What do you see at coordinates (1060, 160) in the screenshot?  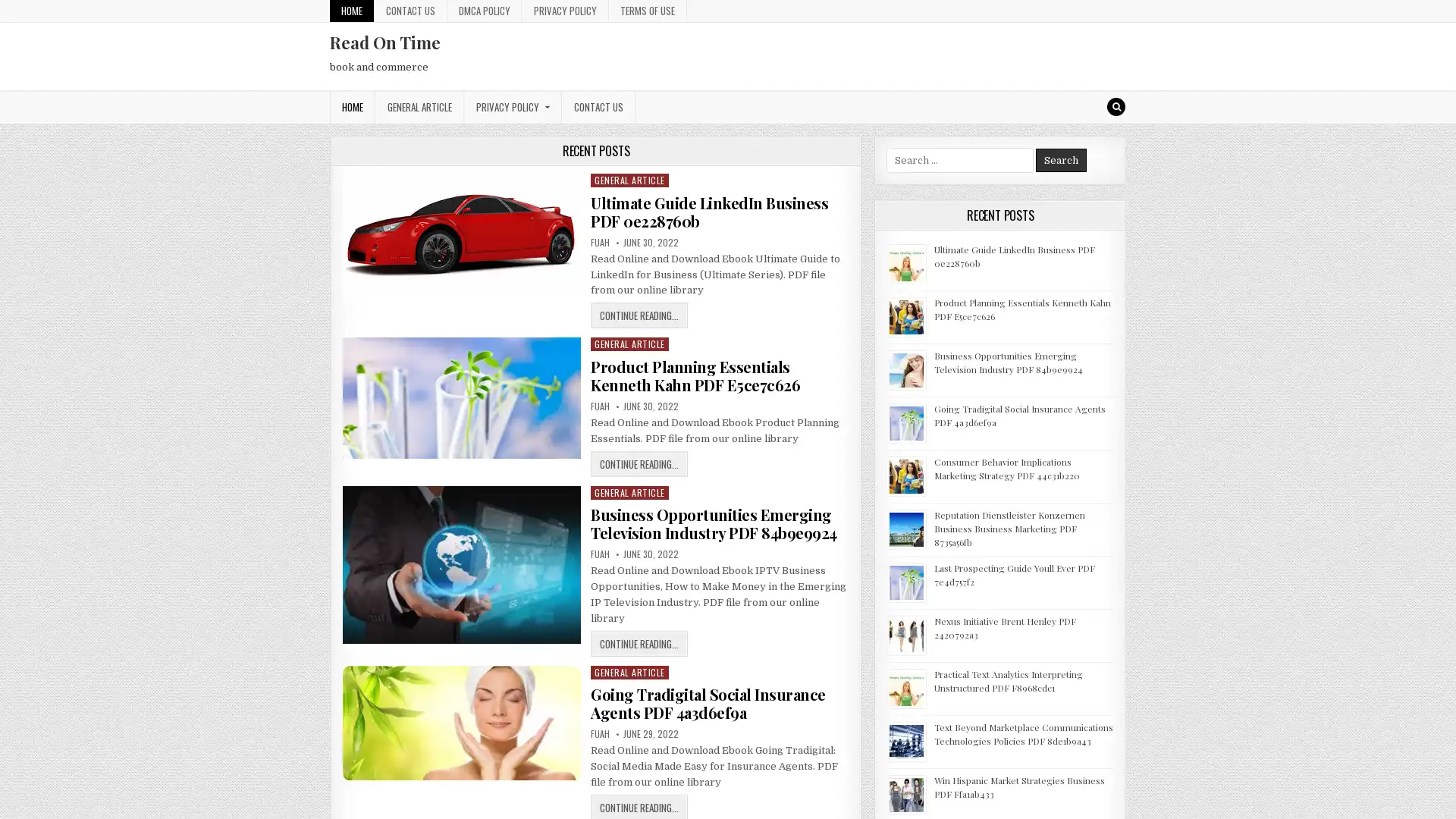 I see `Search` at bounding box center [1060, 160].